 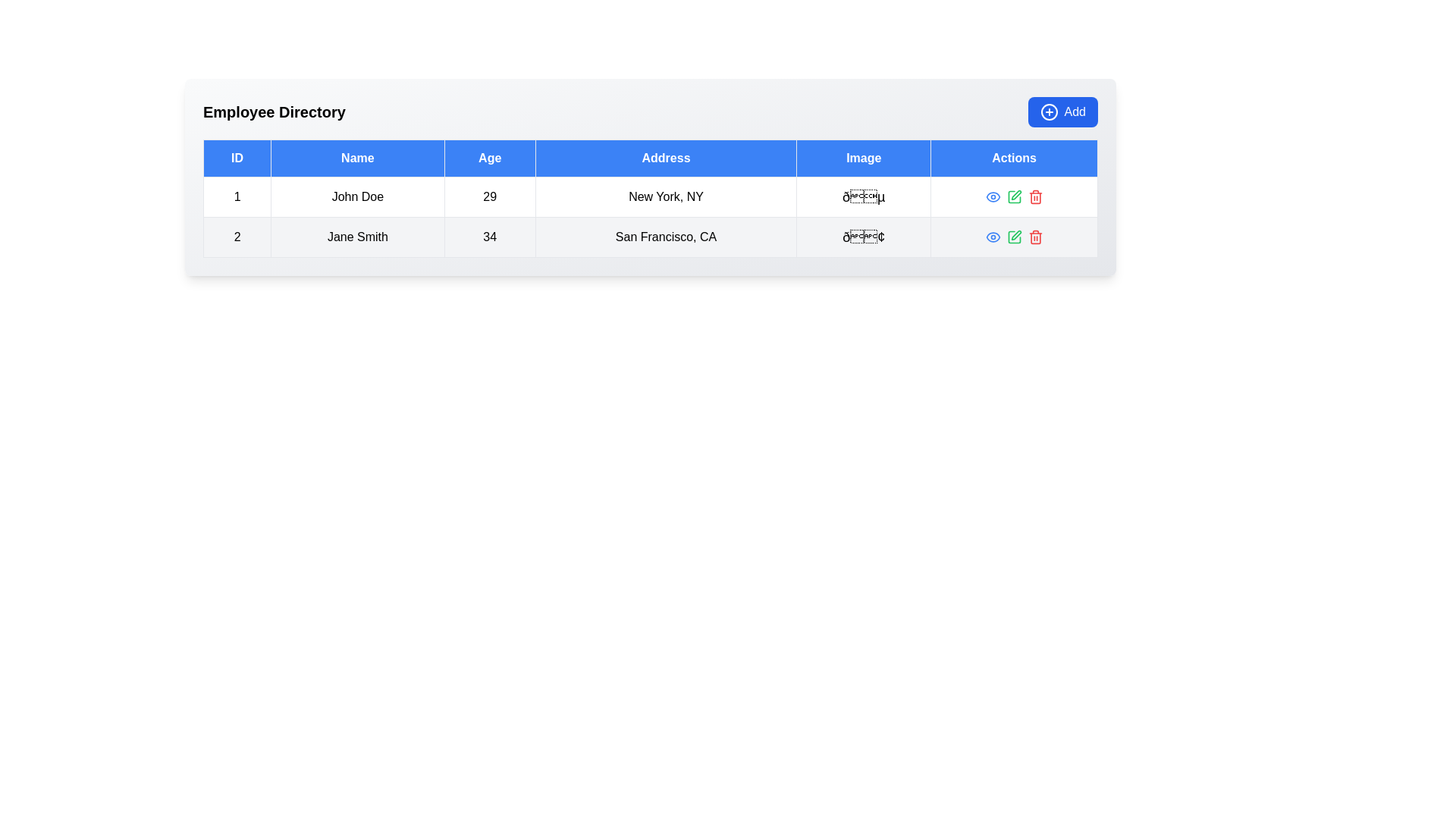 I want to click on the Icon button located in the 'Actions' column of the second row of the table, aligned to the far right, which allows users to delete the corresponding row entry when clicked, so click(x=1034, y=196).